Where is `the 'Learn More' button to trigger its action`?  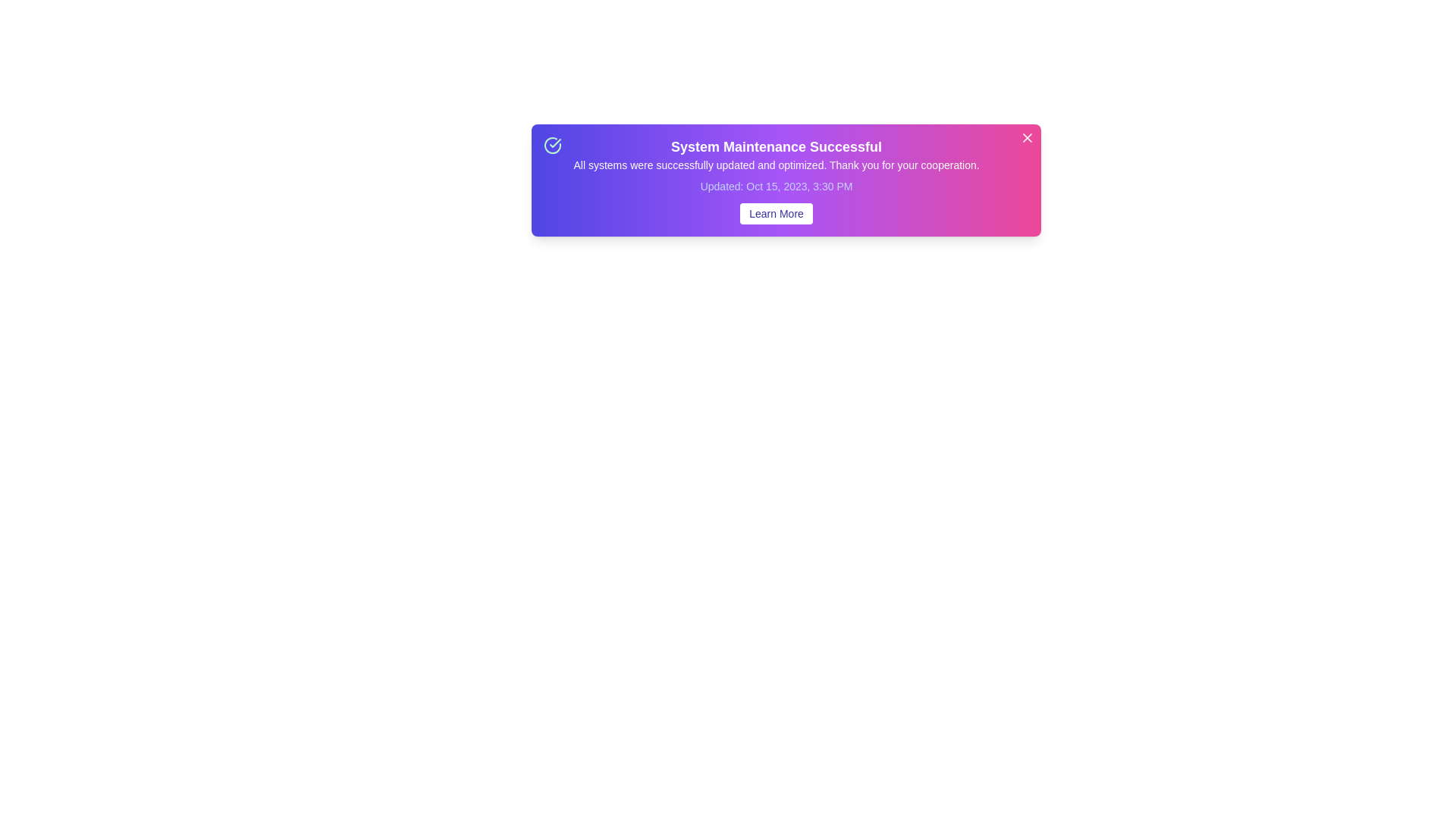 the 'Learn More' button to trigger its action is located at coordinates (777, 213).